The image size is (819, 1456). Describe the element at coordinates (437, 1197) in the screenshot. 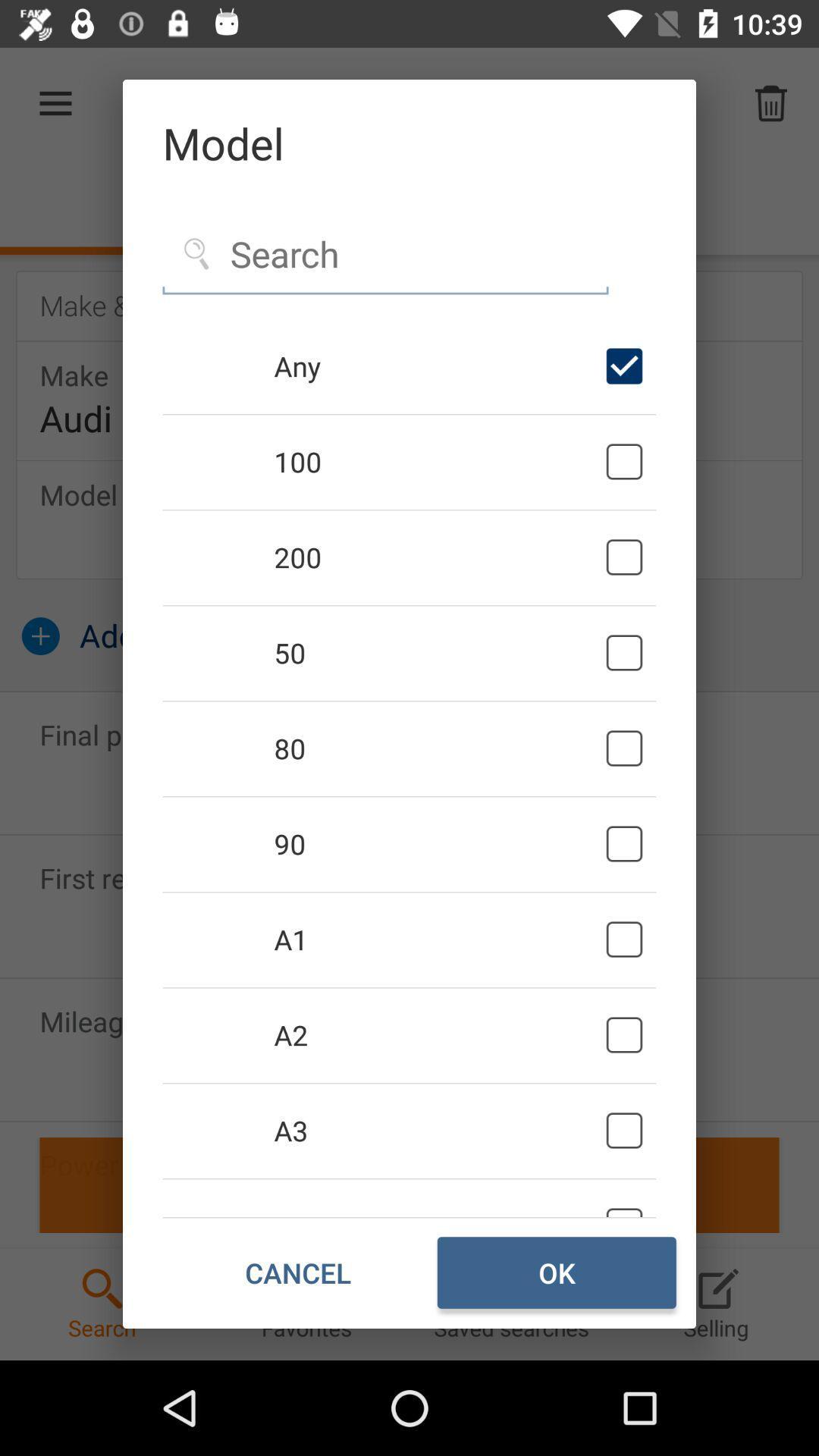

I see `the a4 item` at that location.